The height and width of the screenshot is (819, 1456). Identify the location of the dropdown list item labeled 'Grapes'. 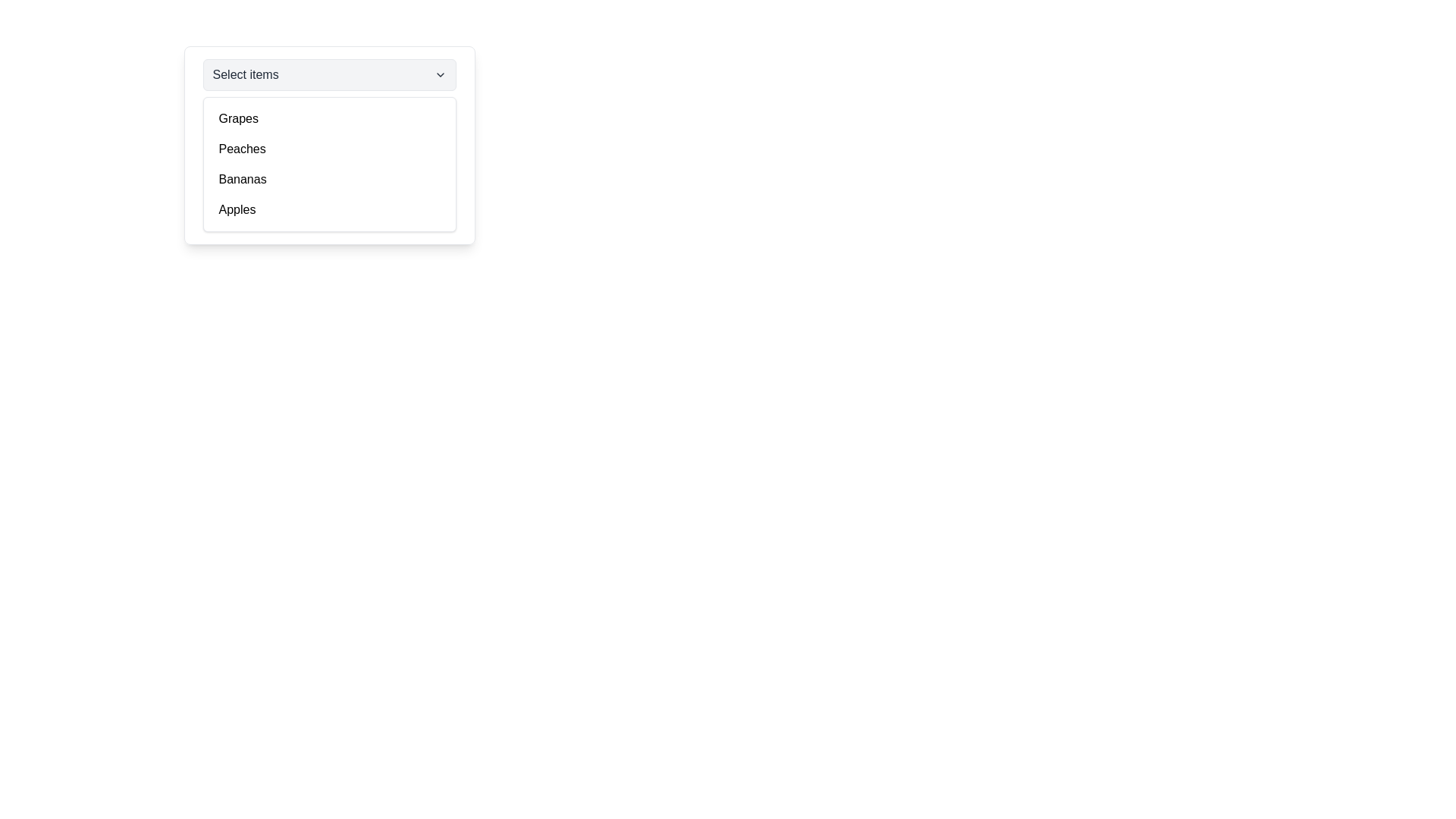
(237, 118).